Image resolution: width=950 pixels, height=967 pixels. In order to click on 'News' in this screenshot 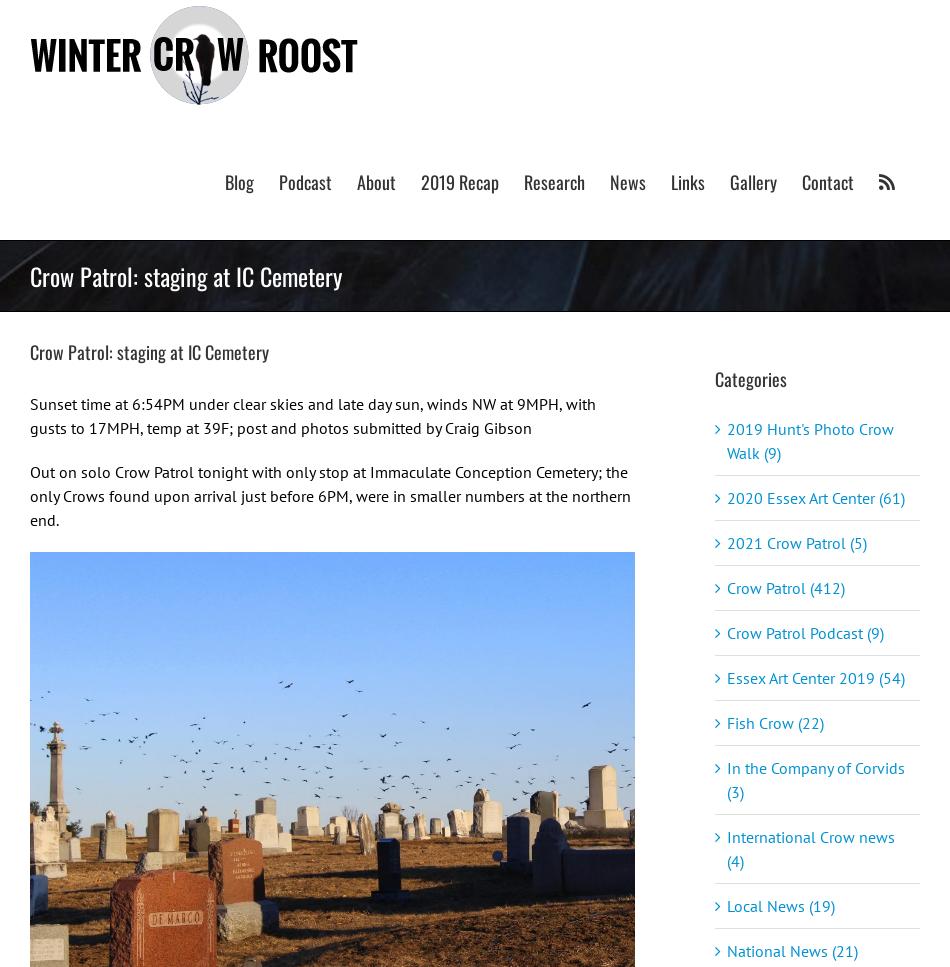, I will do `click(628, 181)`.